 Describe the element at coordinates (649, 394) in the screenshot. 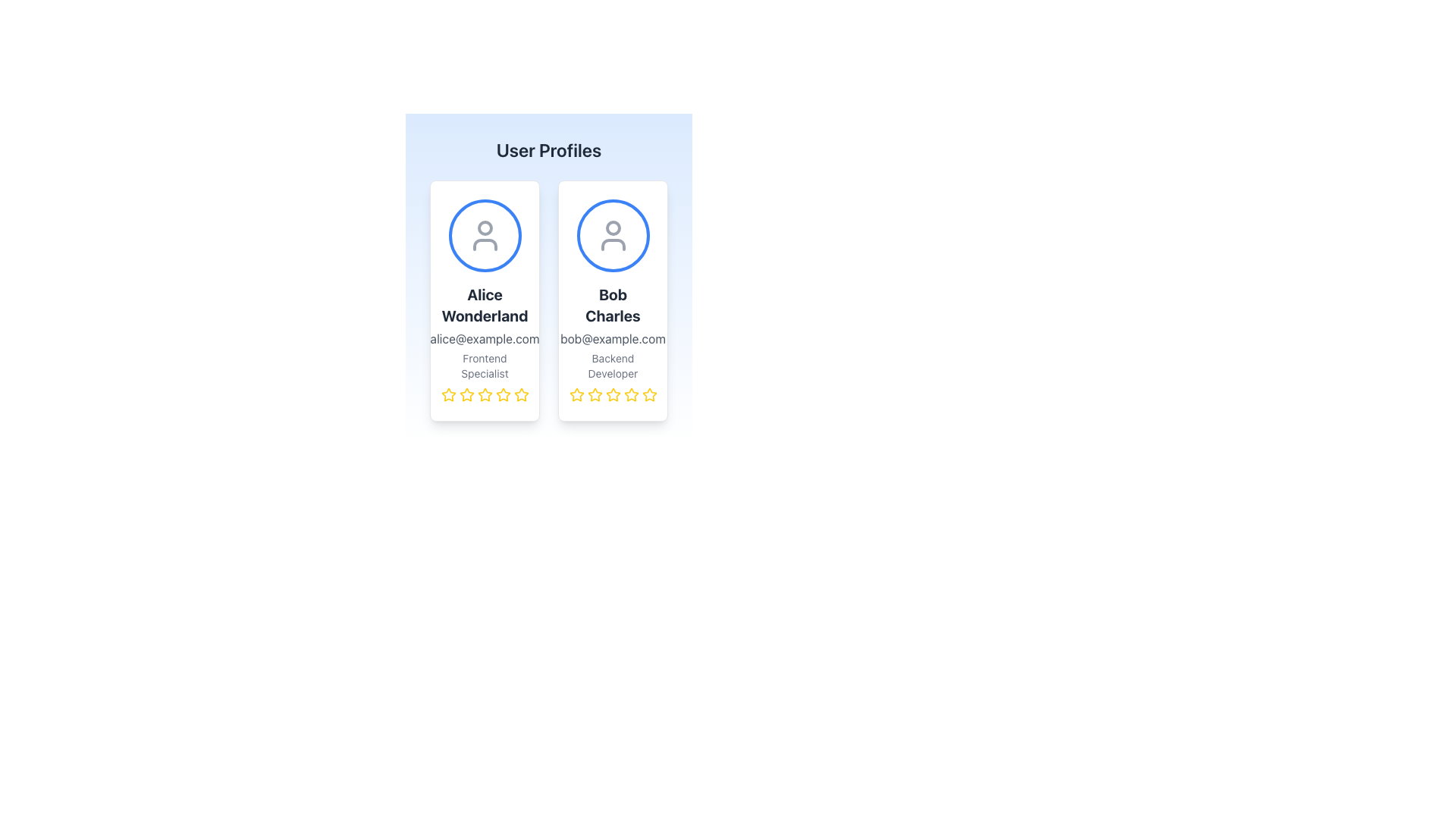

I see `the fifth star icon in the rating system for user profile 'Bob Charles', which has a yellow outline and a hollow center` at that location.